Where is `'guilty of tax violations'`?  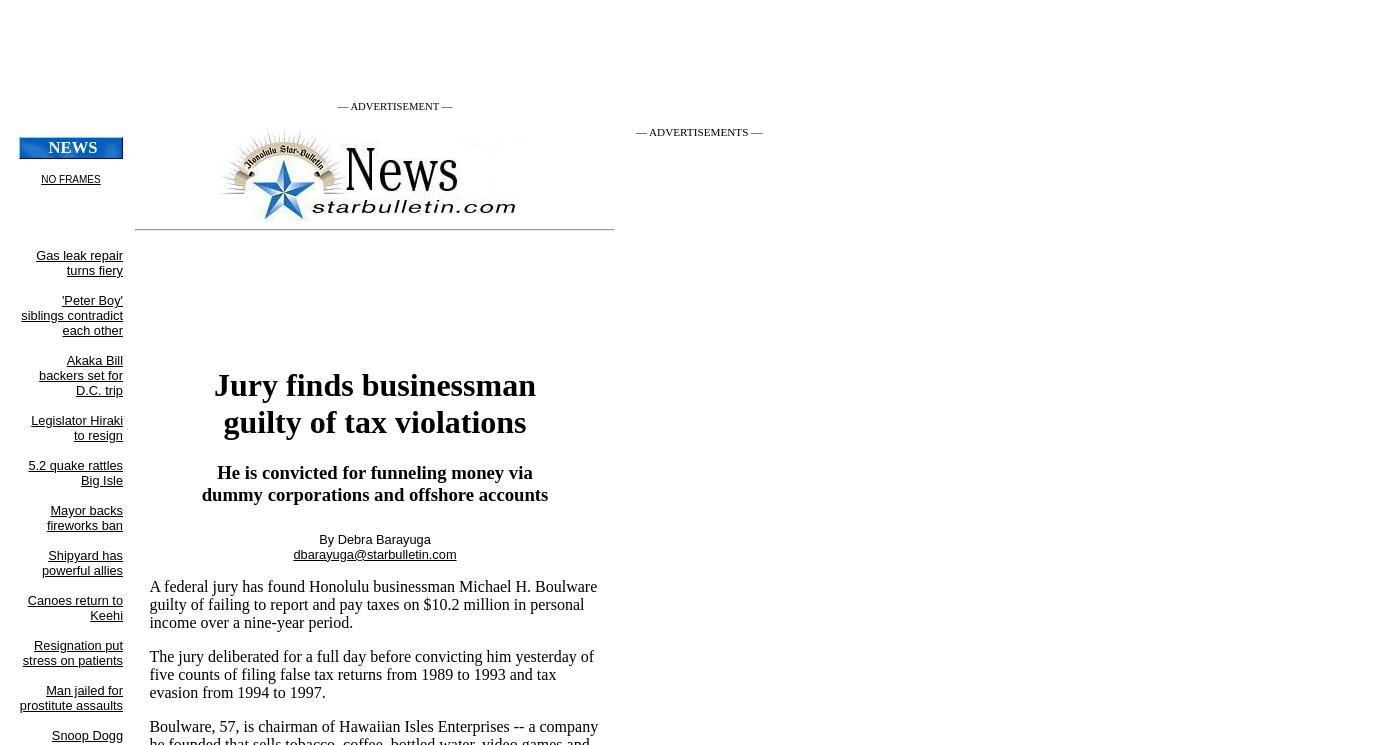
'guilty of tax violations' is located at coordinates (223, 420).